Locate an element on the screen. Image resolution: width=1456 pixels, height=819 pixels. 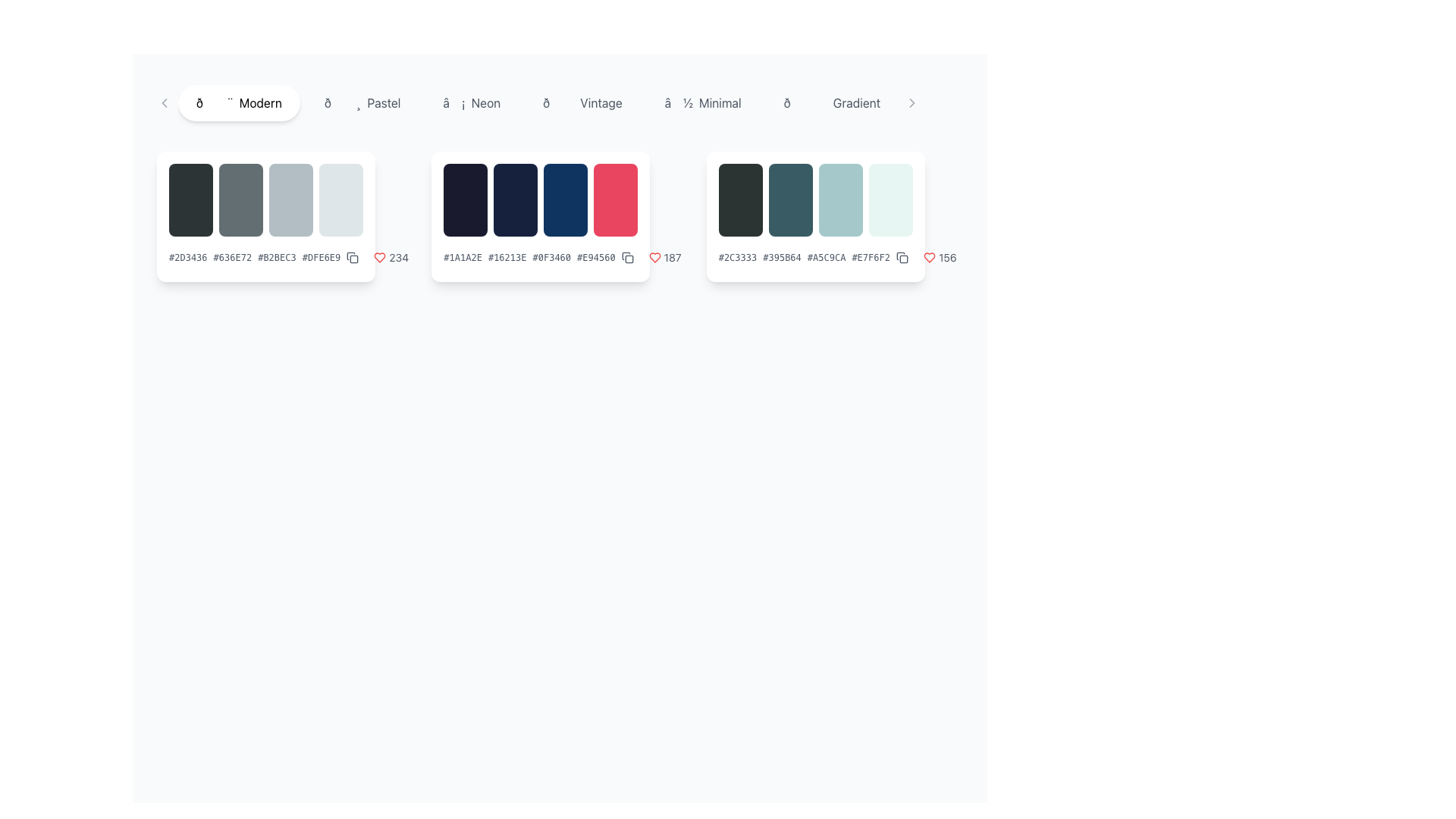
the button located at the bottom-right corner of the second color palette card to copy the palette details is located at coordinates (627, 256).